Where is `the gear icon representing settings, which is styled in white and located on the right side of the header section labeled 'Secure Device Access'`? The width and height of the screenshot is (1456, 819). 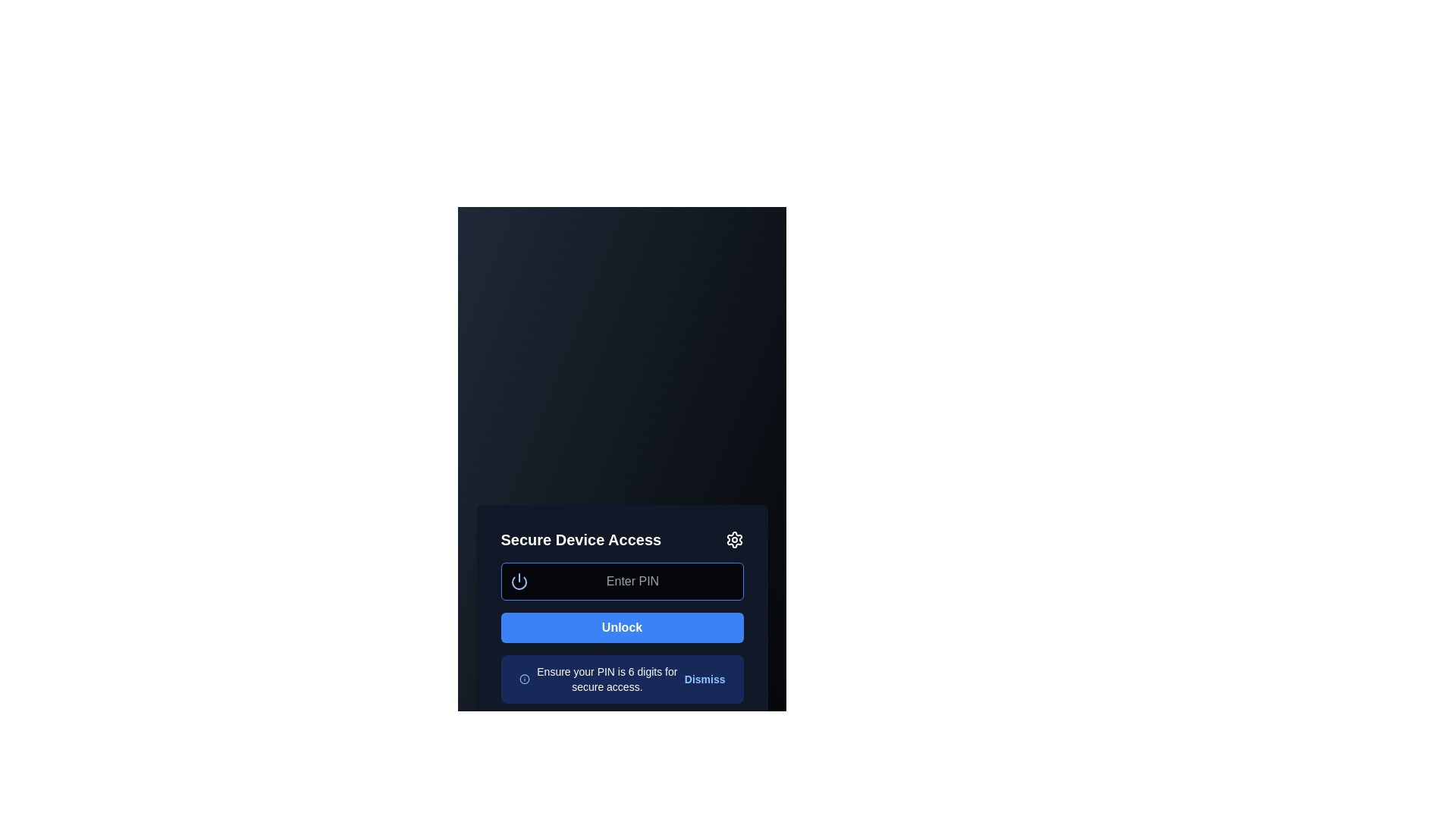 the gear icon representing settings, which is styled in white and located on the right side of the header section labeled 'Secure Device Access' is located at coordinates (734, 539).